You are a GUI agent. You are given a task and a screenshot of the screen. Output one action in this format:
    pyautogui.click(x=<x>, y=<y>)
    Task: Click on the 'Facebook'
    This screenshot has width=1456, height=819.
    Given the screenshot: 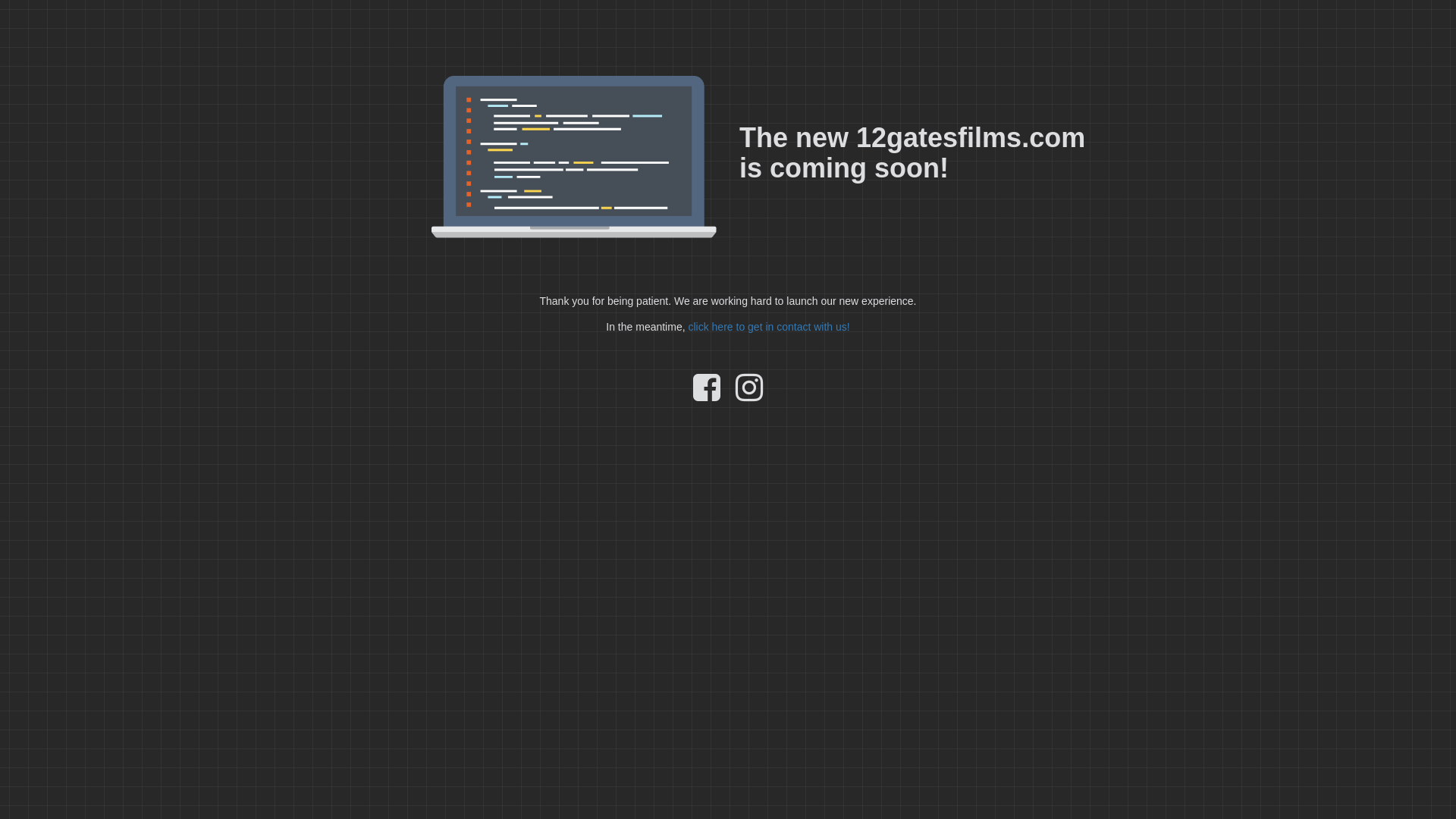 What is the action you would take?
    pyautogui.click(x=705, y=394)
    